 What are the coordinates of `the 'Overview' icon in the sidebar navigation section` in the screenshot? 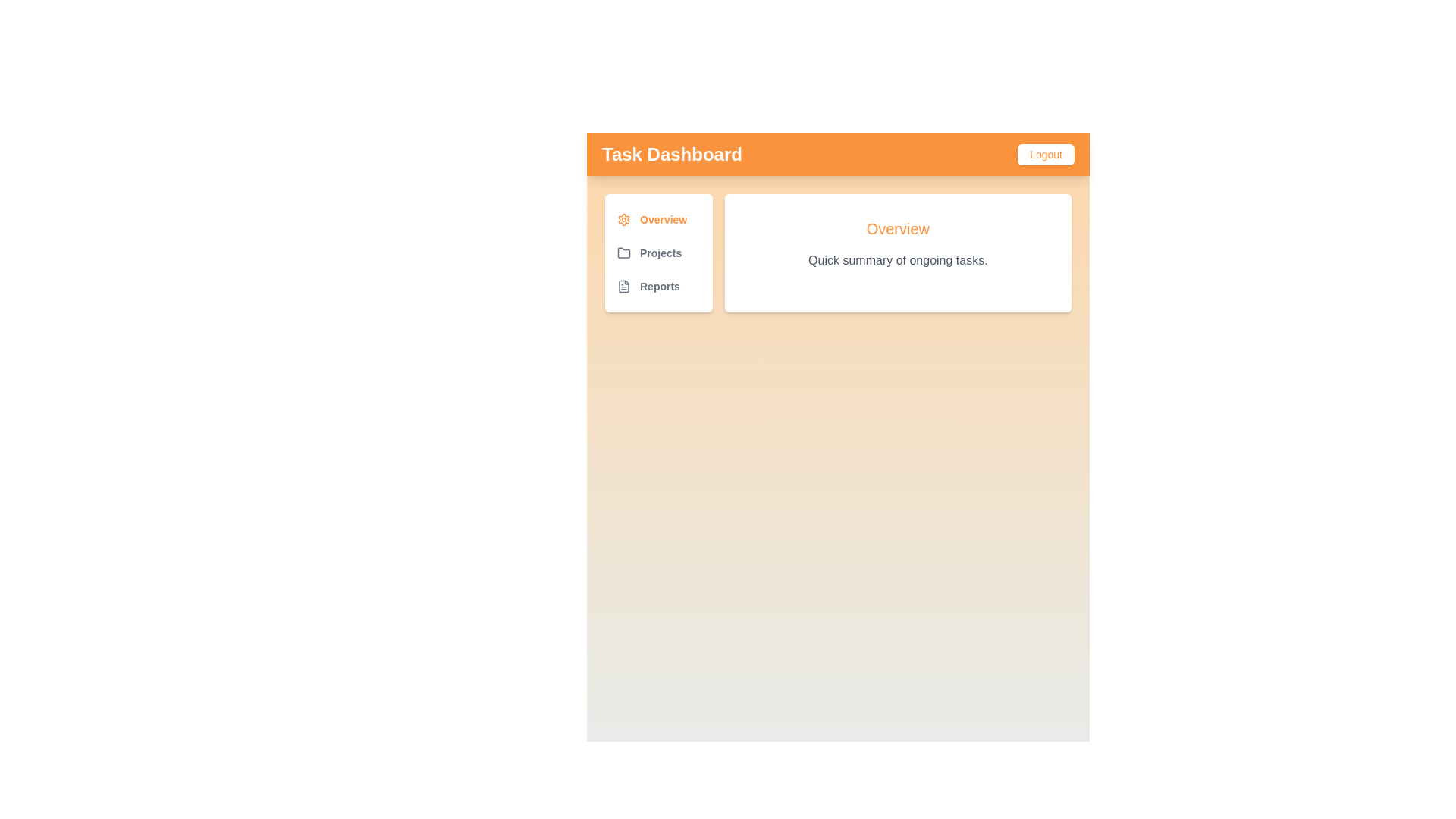 It's located at (623, 219).